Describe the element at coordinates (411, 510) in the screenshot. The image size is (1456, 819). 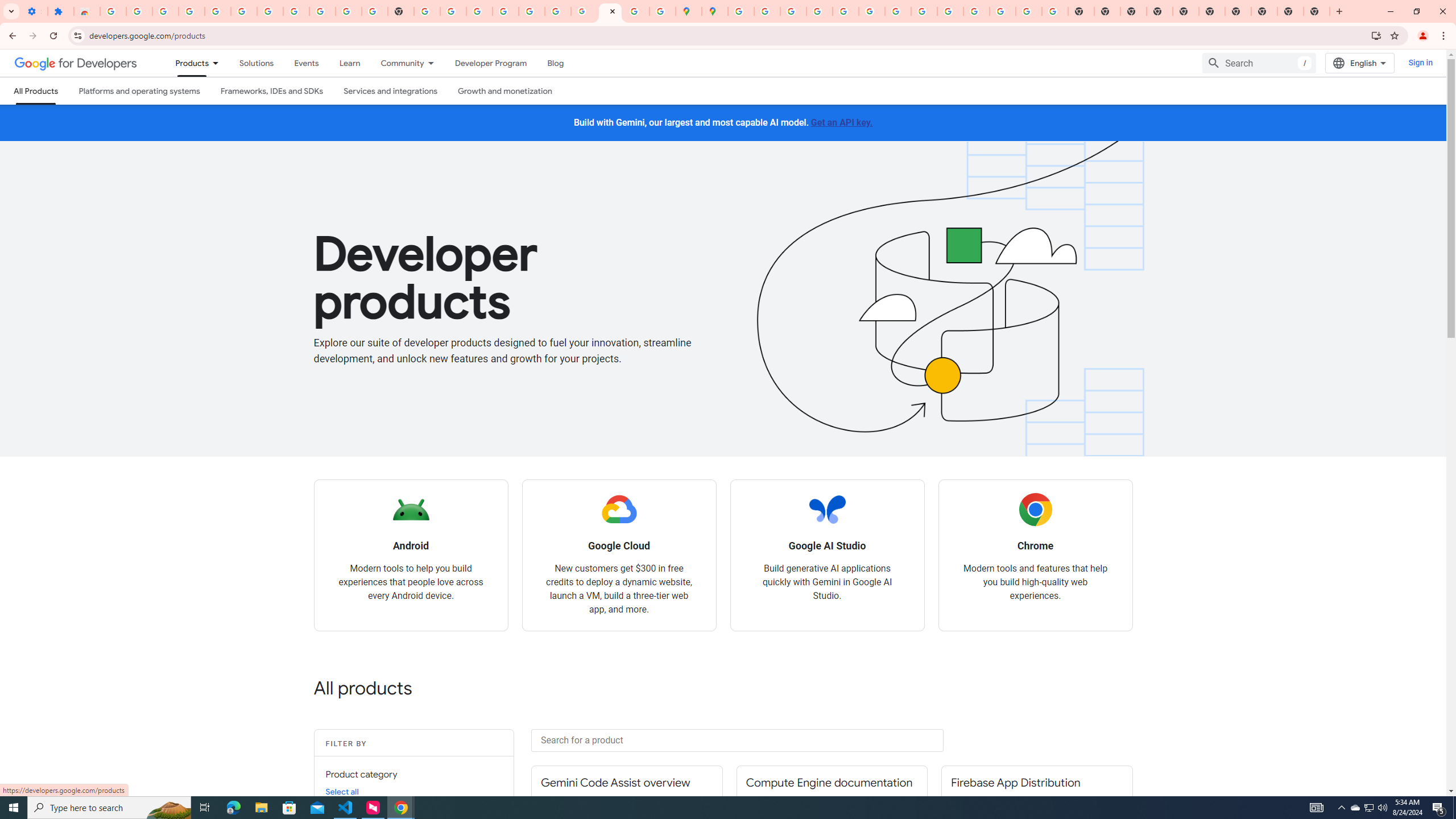
I see `'Android logo'` at that location.